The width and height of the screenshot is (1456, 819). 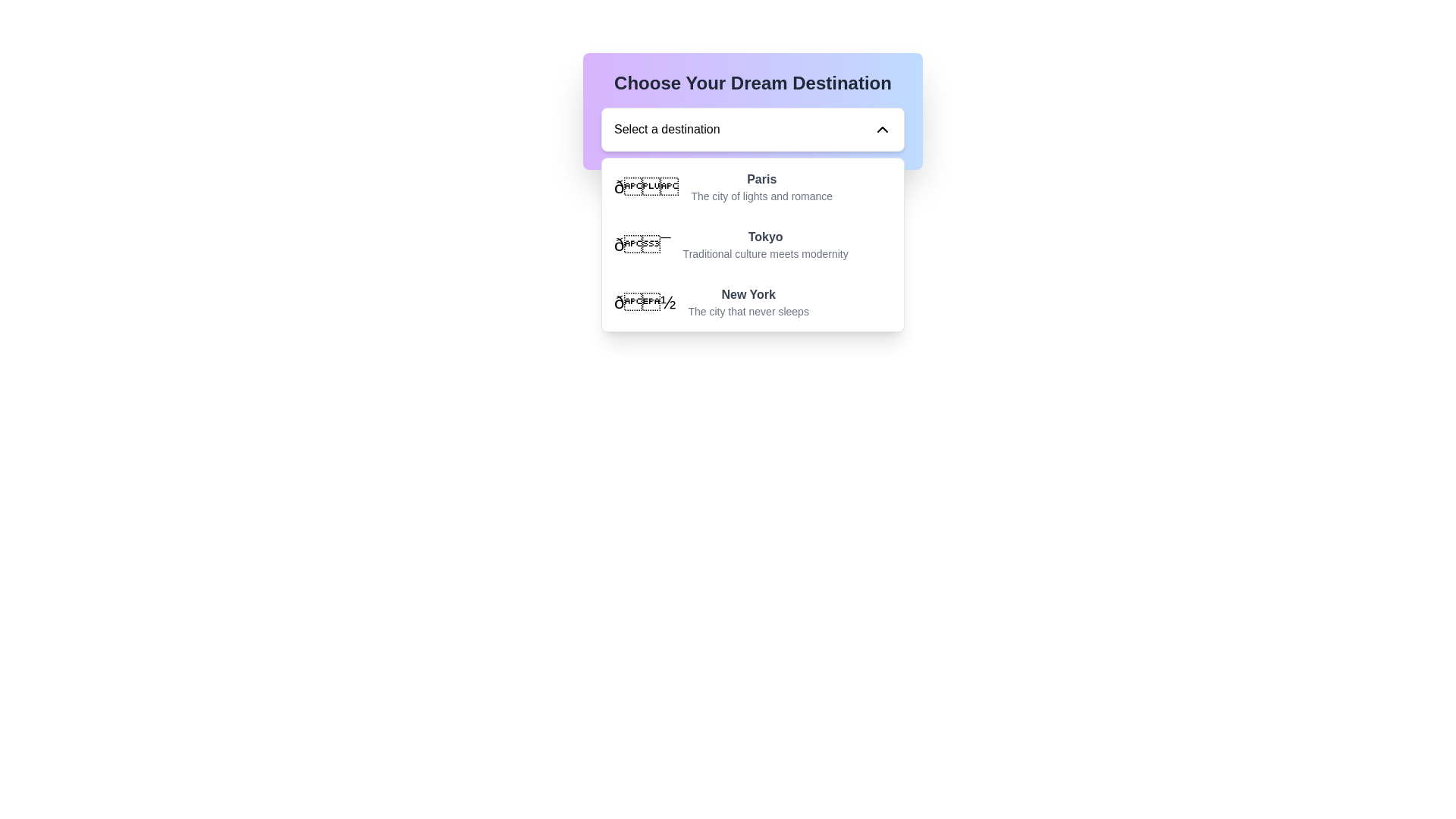 What do you see at coordinates (753, 244) in the screenshot?
I see `the highlighted dropdown menu option 'Tokyo'` at bounding box center [753, 244].